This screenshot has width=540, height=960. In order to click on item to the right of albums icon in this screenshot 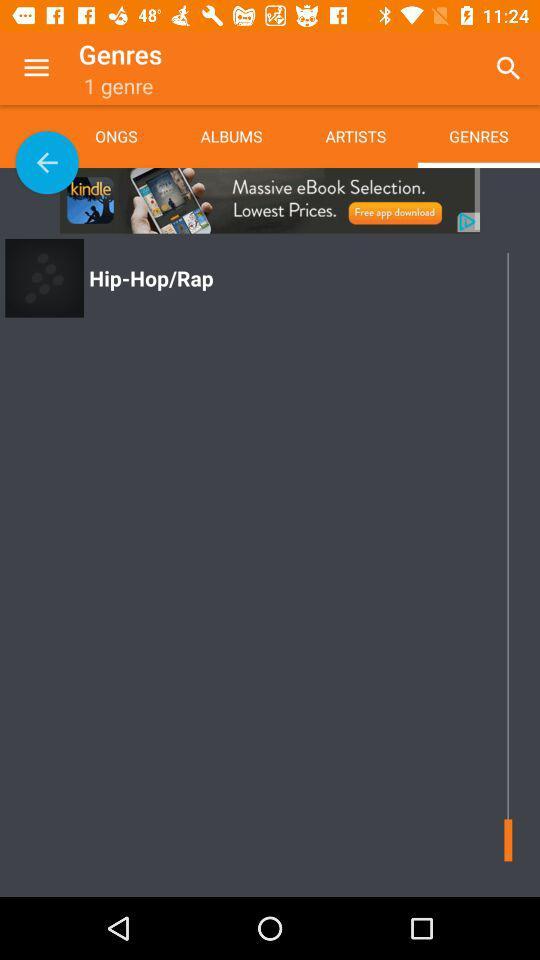, I will do `click(354, 135)`.